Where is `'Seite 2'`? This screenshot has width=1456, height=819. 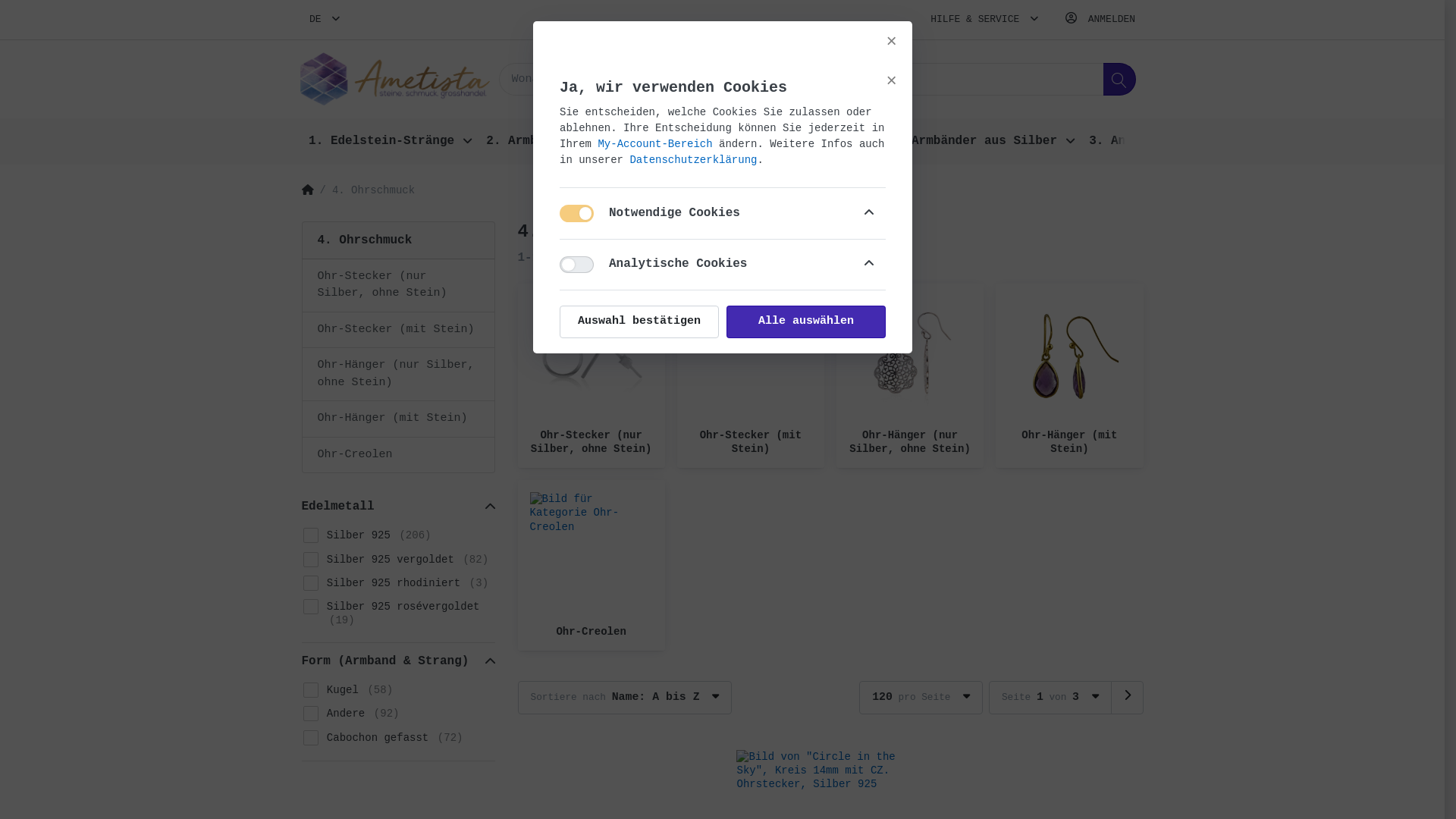 'Seite 2' is located at coordinates (1126, 698).